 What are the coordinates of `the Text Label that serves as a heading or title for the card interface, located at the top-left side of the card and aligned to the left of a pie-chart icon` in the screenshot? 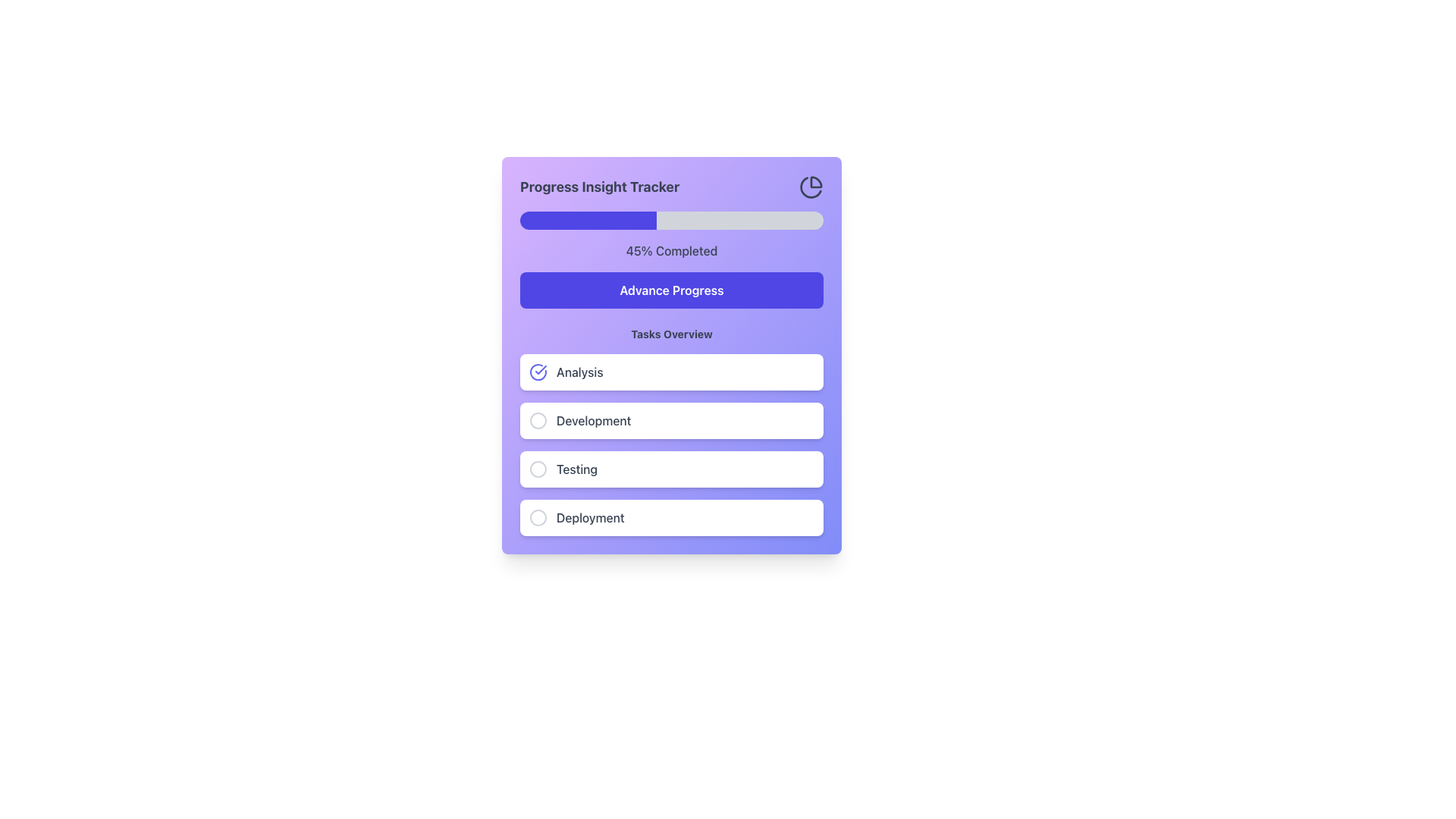 It's located at (599, 186).